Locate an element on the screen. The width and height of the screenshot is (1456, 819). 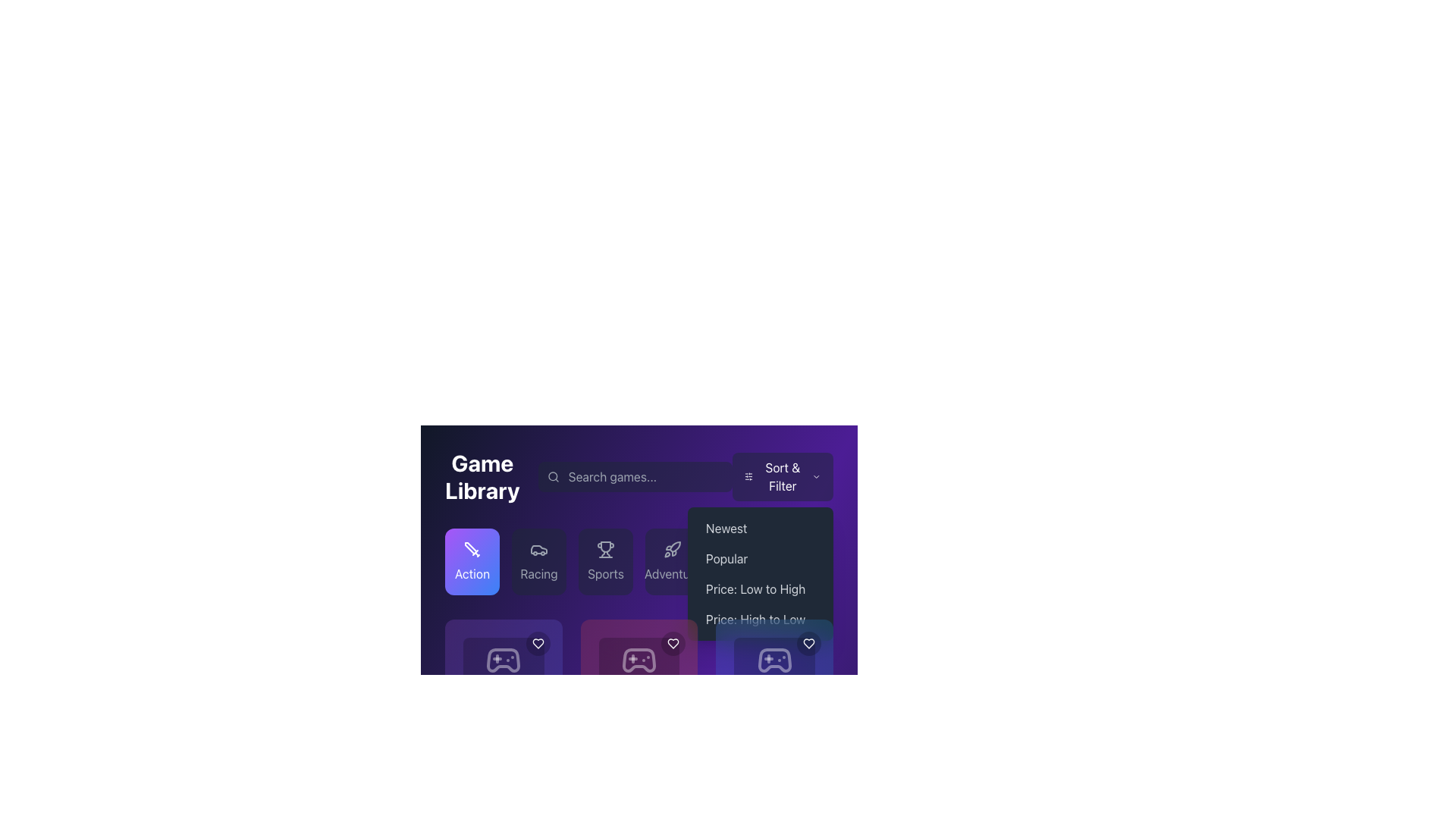
the 'Popular' dropdown option in the list is located at coordinates (761, 558).